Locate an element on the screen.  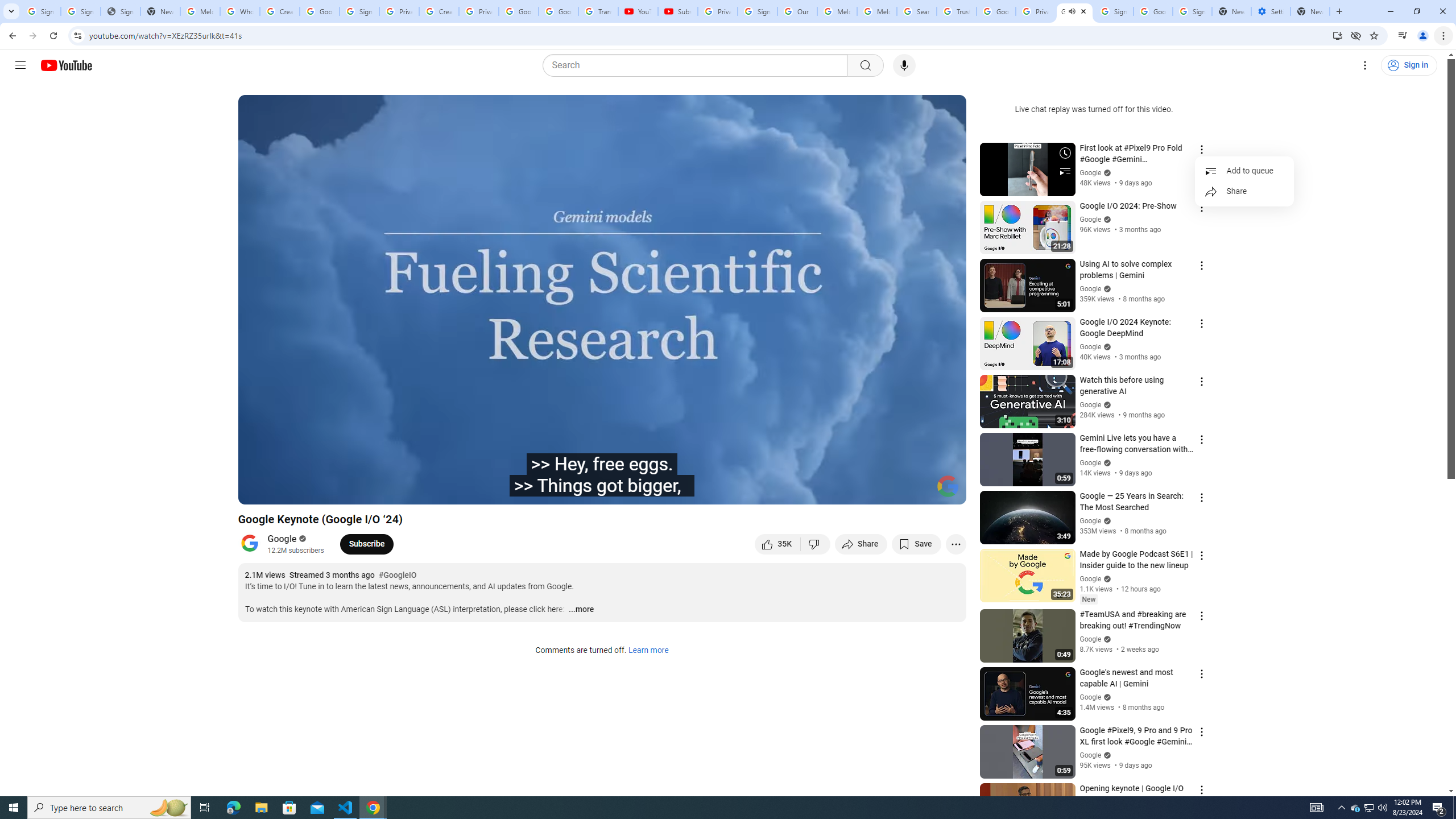
'Create your Google Account' is located at coordinates (438, 11).